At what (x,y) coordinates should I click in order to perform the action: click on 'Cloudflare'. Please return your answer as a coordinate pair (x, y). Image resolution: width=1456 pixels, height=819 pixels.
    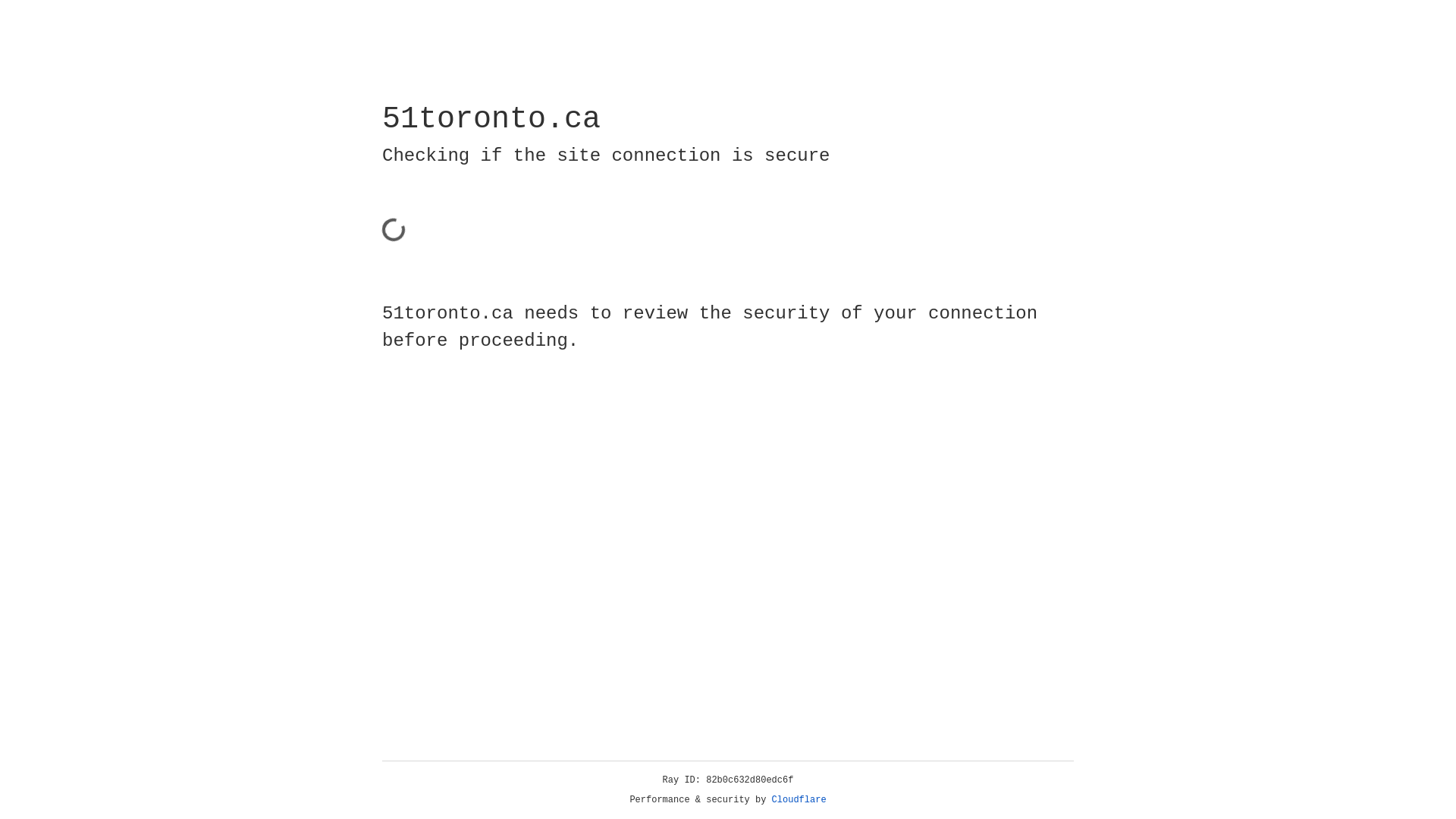
    Looking at the image, I should click on (799, 799).